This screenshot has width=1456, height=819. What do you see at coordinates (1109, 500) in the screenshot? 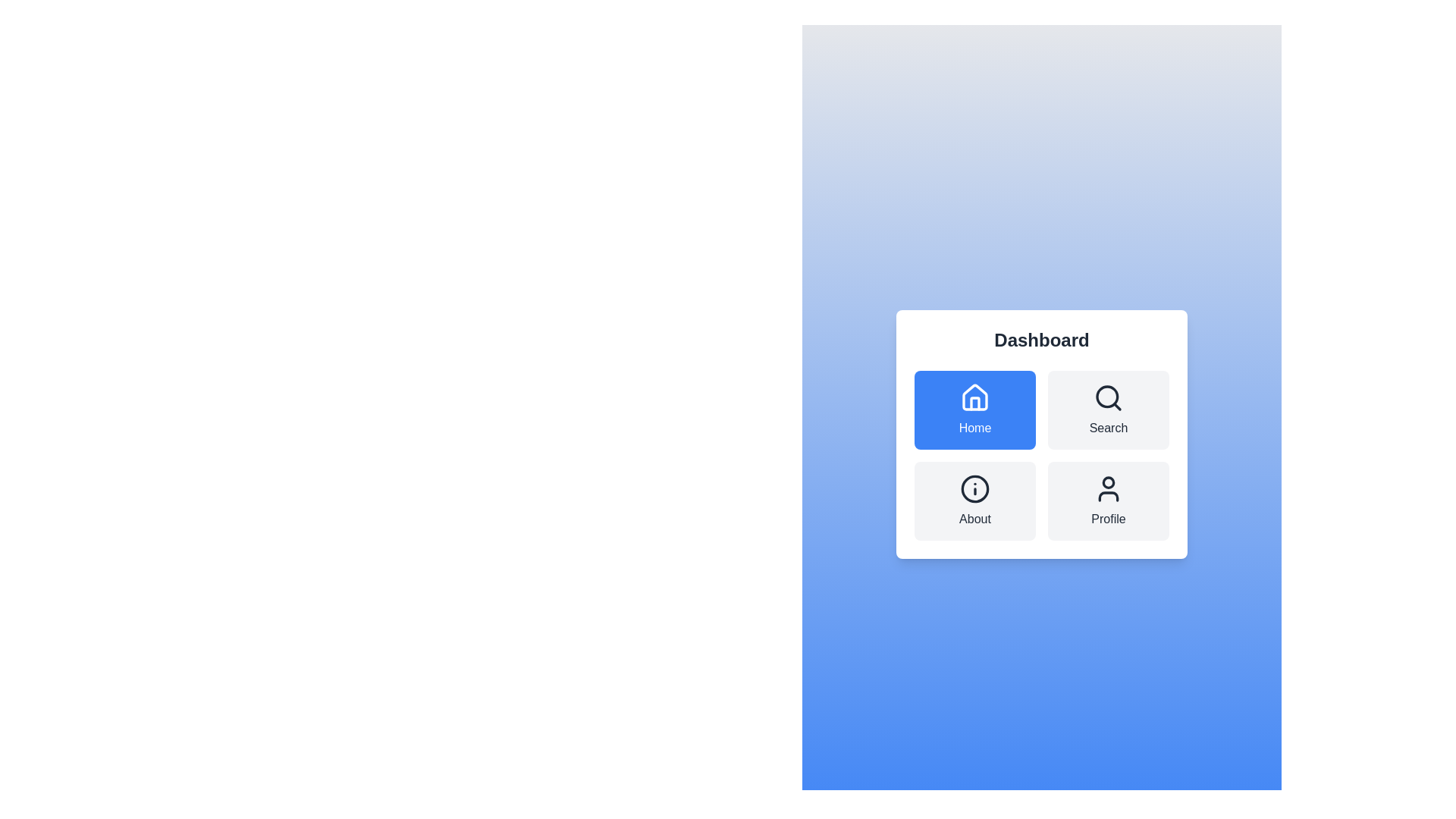
I see `the navigation button located in the bottom-right position of a 2x2 grid layout` at bounding box center [1109, 500].